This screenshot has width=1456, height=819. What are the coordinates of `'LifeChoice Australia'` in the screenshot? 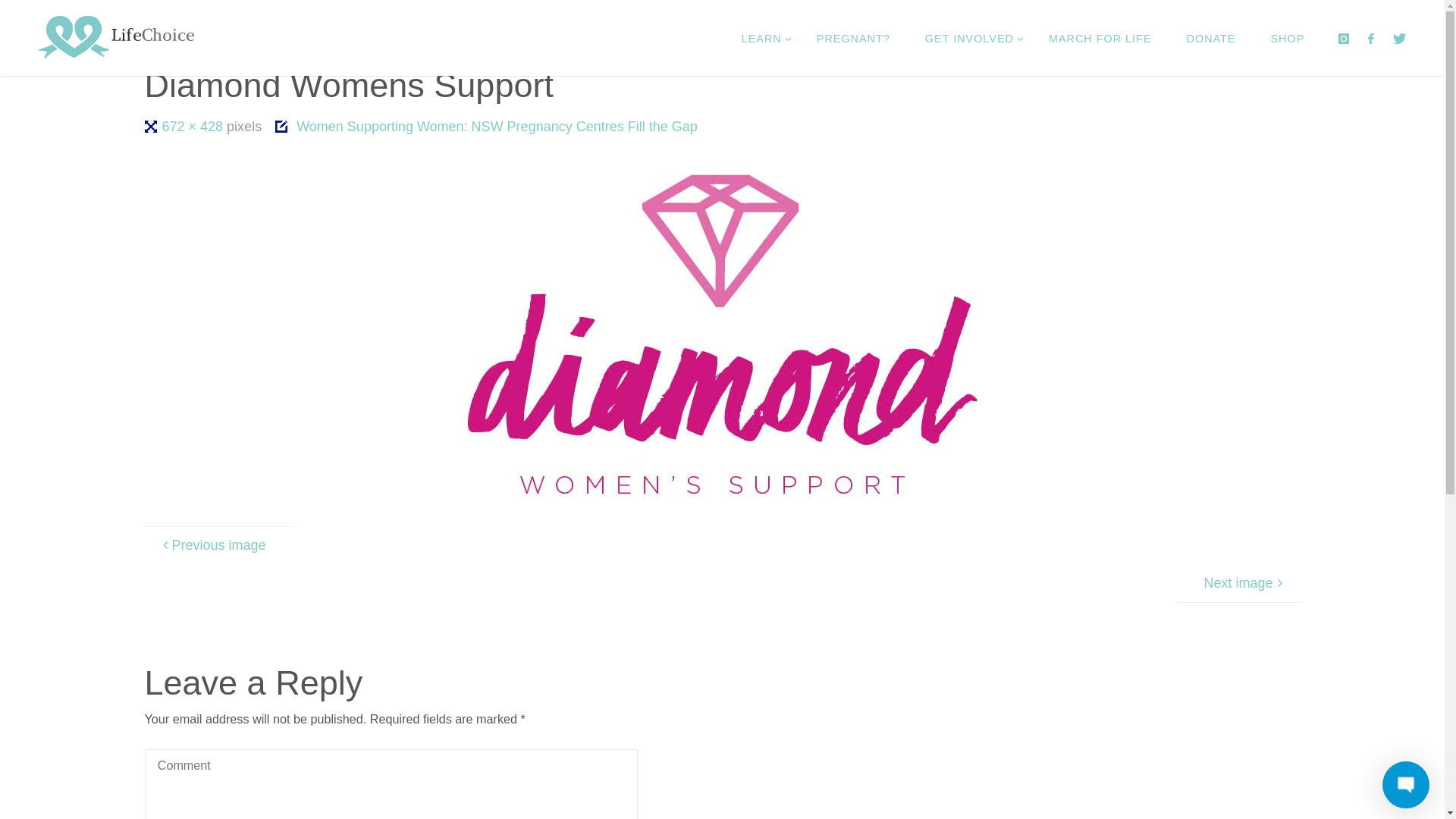 It's located at (115, 37).